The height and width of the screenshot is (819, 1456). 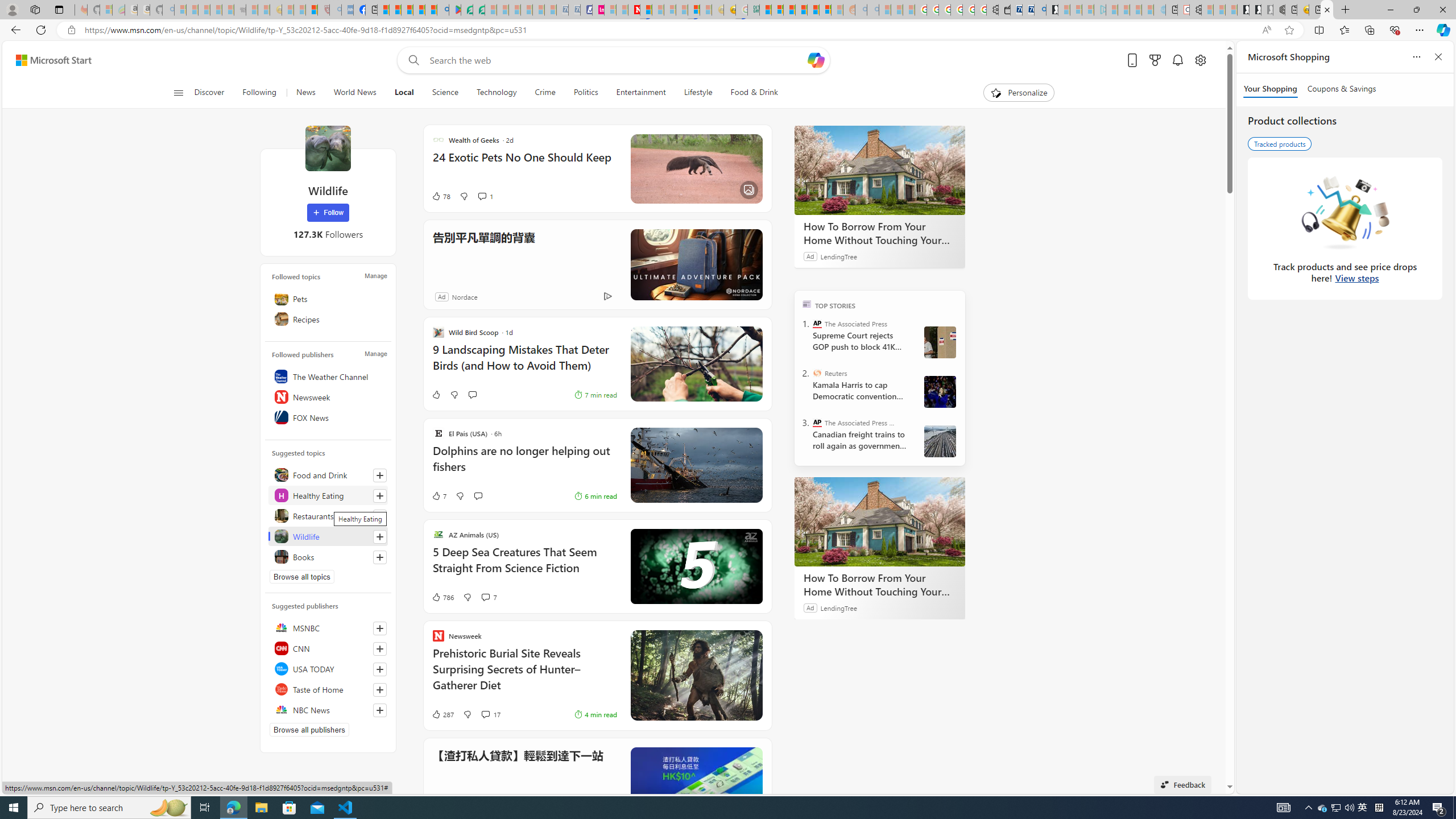 I want to click on 'The Associated Press - Business News', so click(x=816, y=422).